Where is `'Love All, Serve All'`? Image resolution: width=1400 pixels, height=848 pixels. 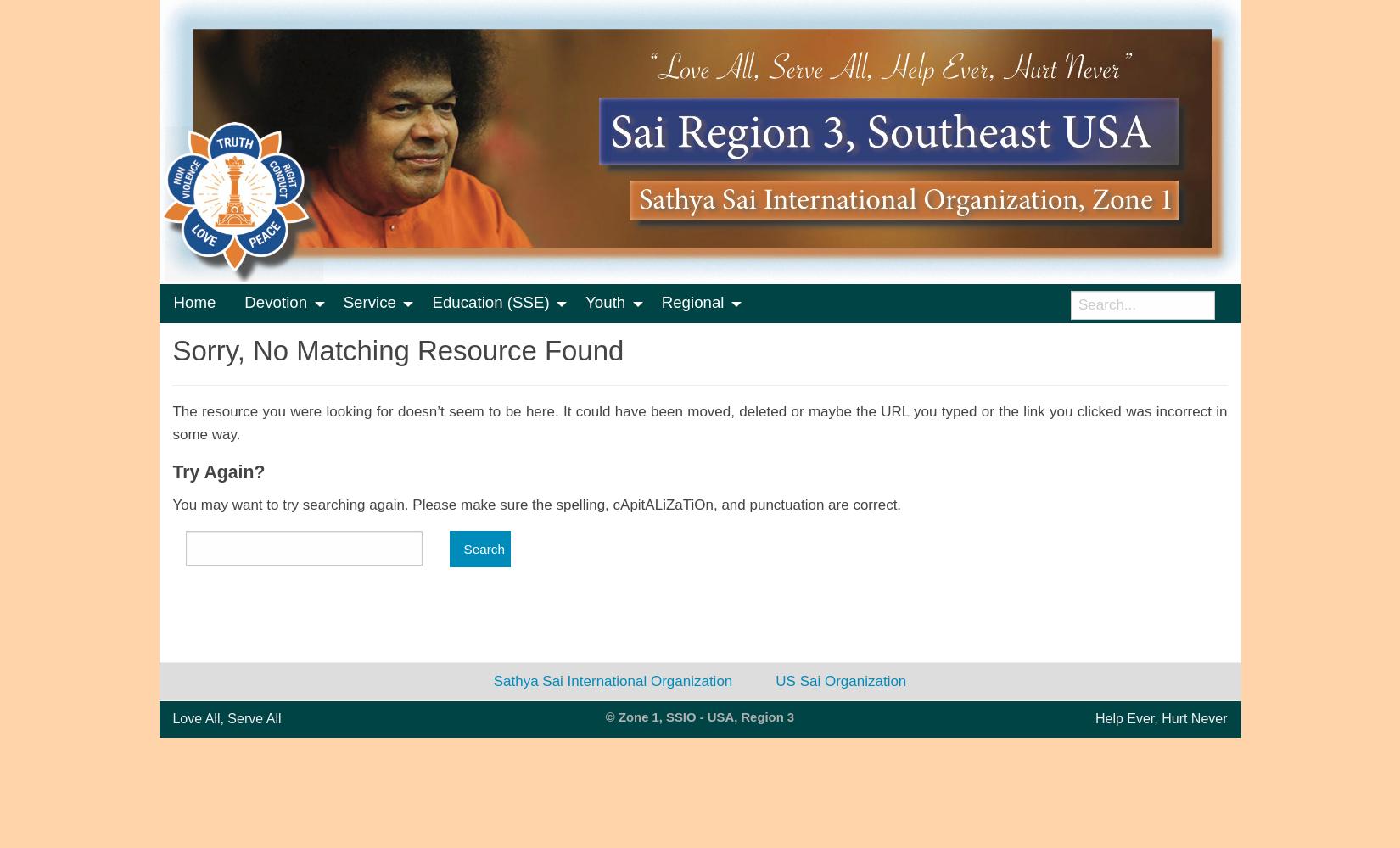 'Love All, Serve All' is located at coordinates (226, 717).